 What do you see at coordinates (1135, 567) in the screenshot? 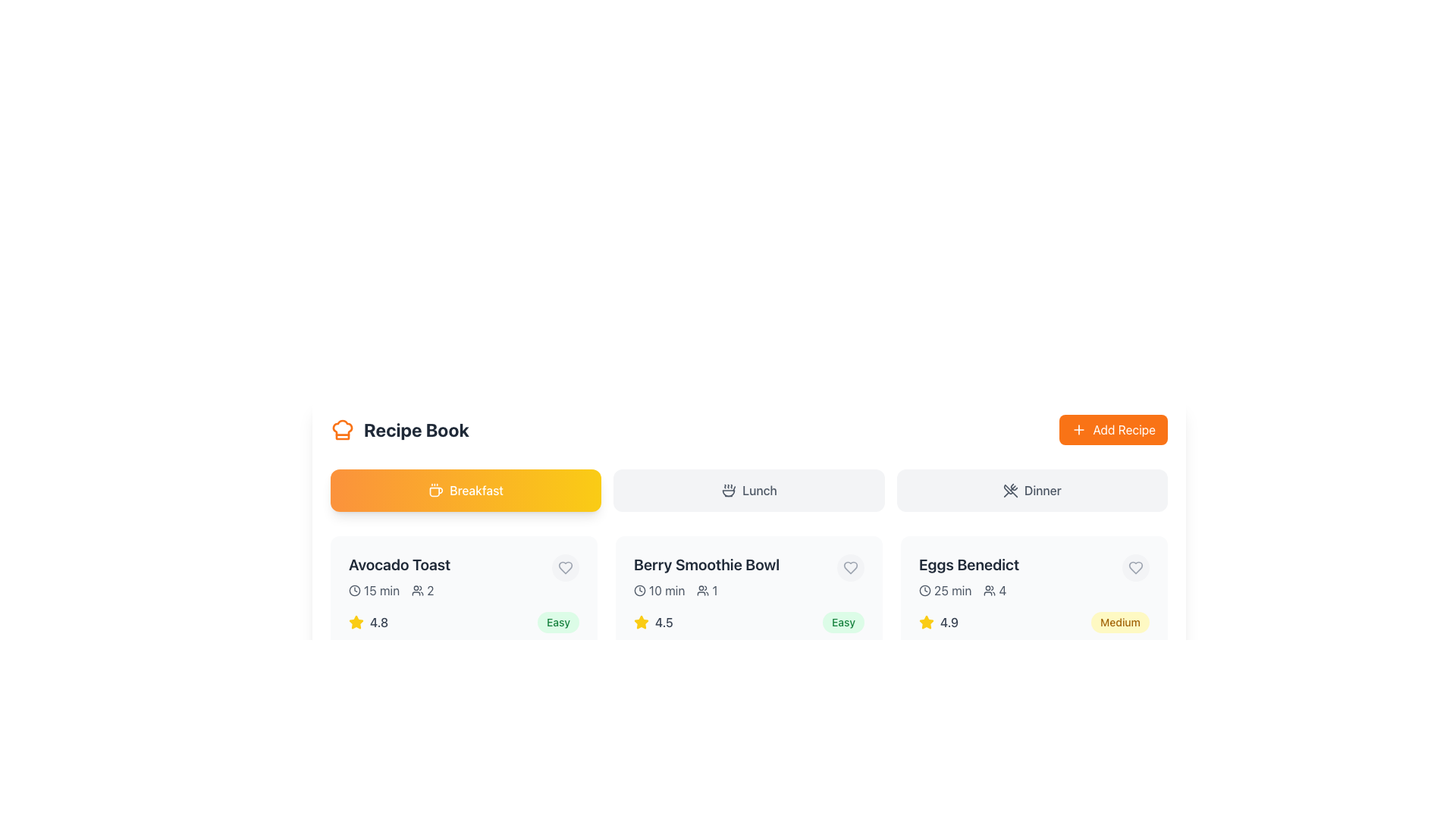
I see `the gray heart icon button located at the top-right corner of the 'Eggs Benedict' recipe card to potentially see a tooltip` at bounding box center [1135, 567].